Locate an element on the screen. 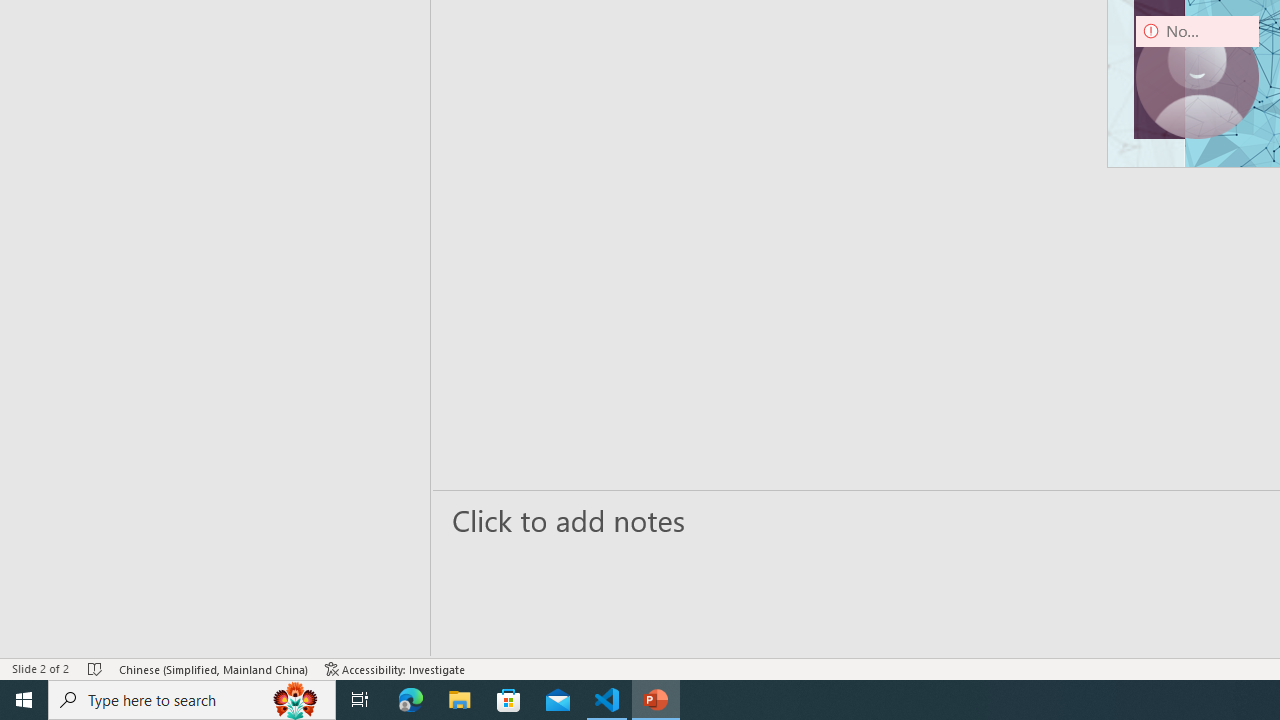 This screenshot has height=720, width=1280. 'Visual Studio Code - 1 running window' is located at coordinates (606, 698).